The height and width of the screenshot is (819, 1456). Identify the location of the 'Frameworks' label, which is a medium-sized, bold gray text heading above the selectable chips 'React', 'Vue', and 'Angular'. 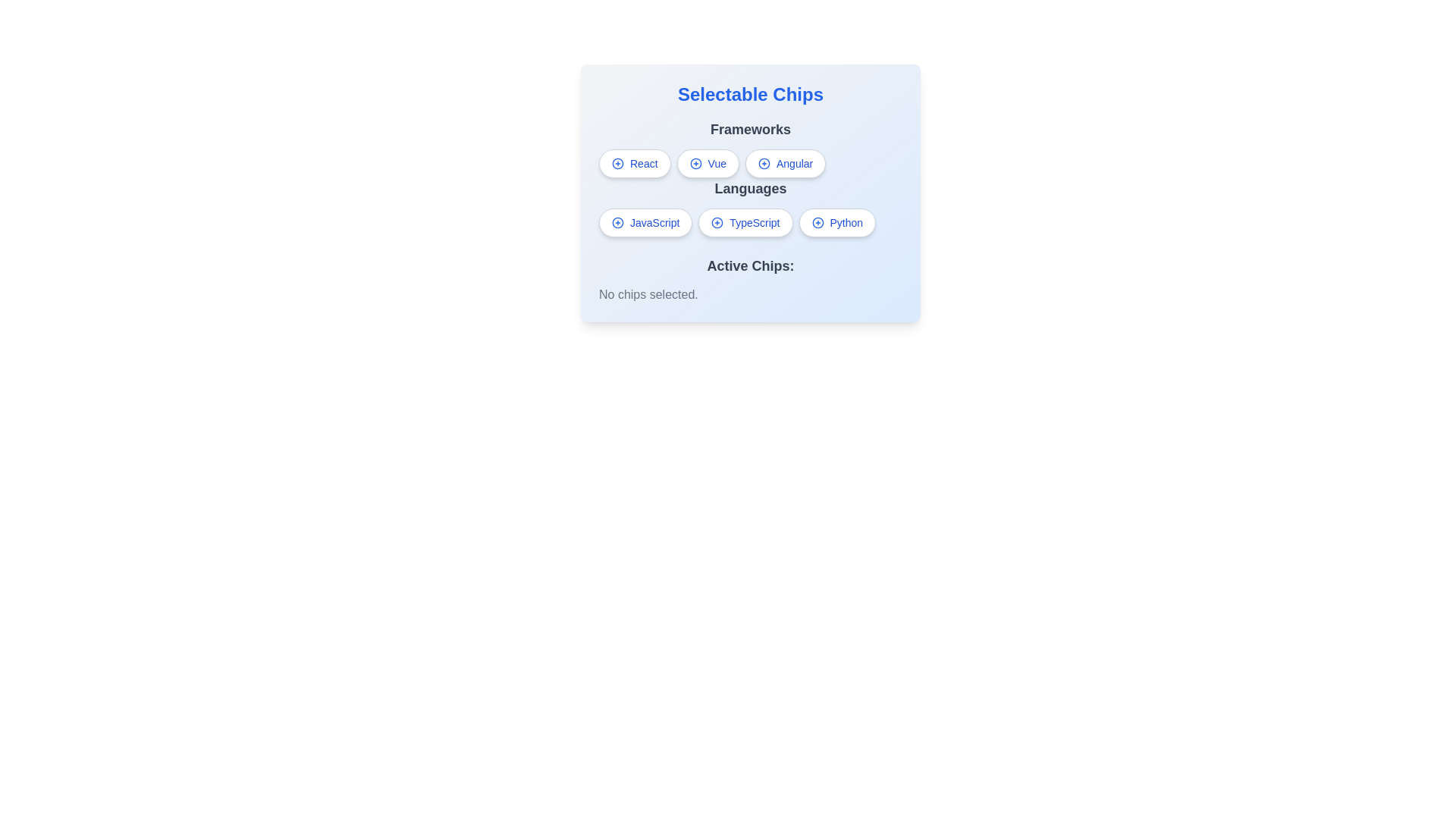
(750, 128).